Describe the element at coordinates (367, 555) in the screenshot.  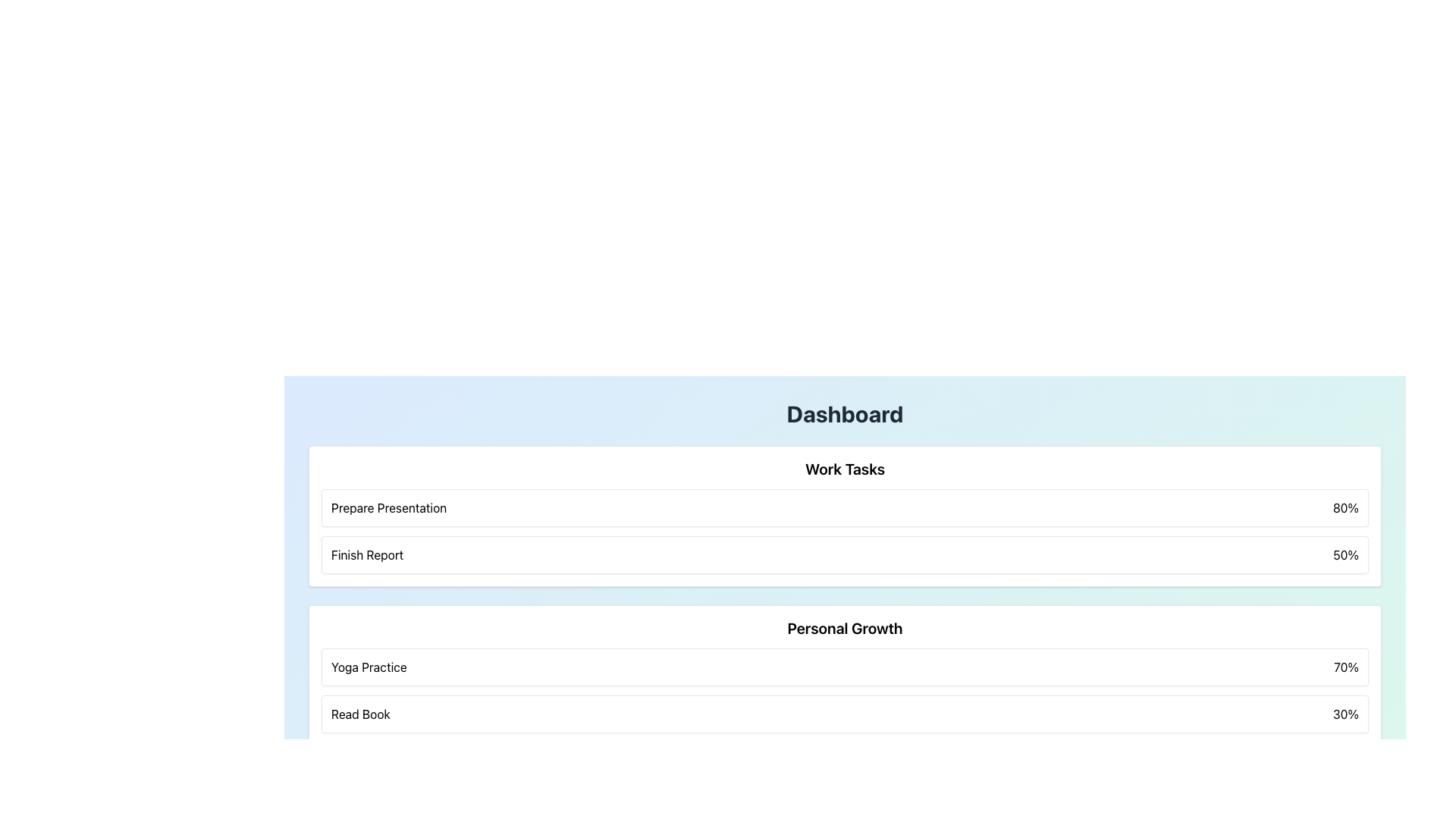
I see `the 'Finish Report' text label located in the 'Work Tasks' section of the dashboard, positioned left-aligned below 'Prepare Presentation' and beside '50%'` at that location.